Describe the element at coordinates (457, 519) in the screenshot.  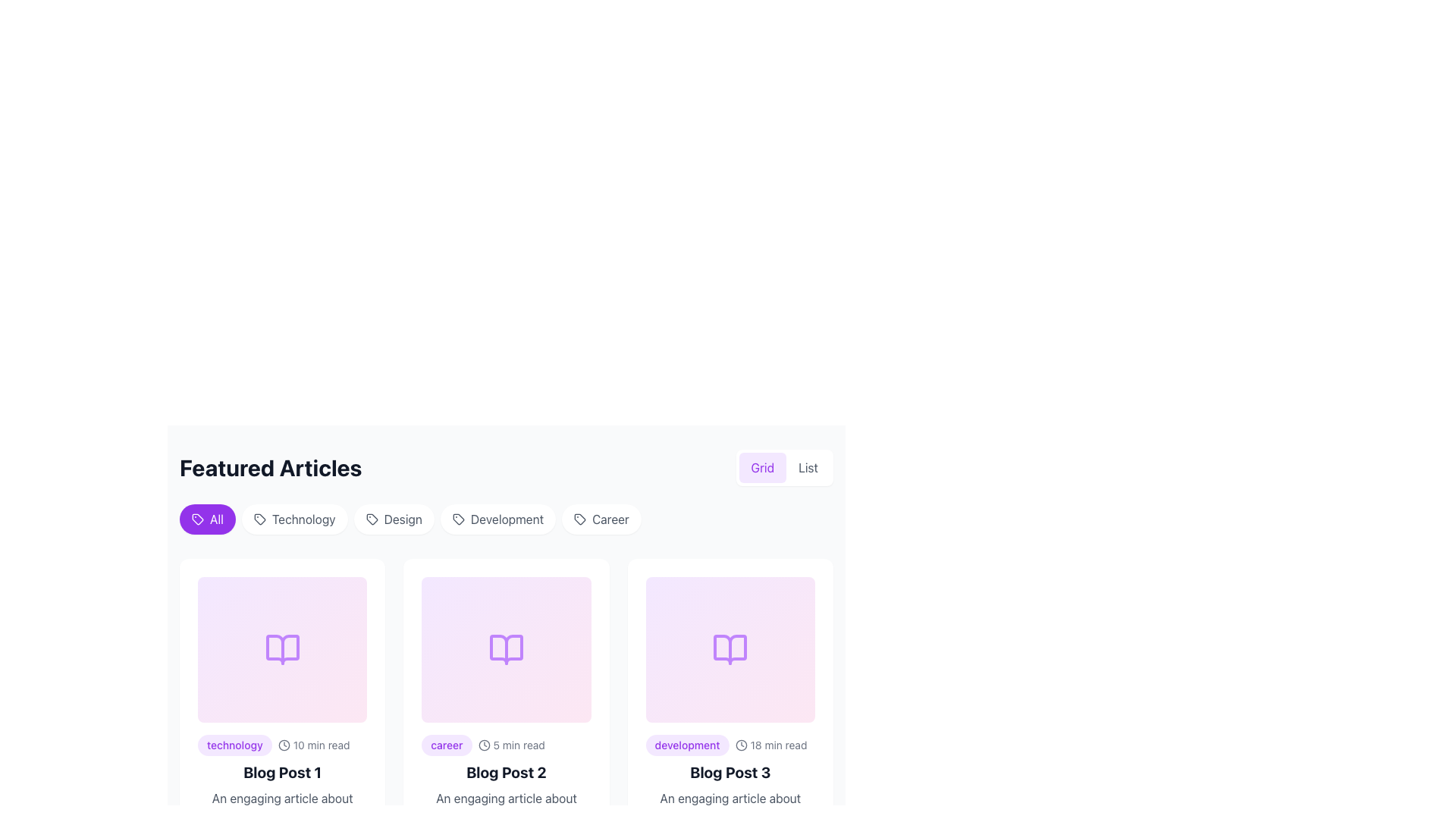
I see `the icon that visually identifies the 'Development' label, positioned to the left of the text label` at that location.